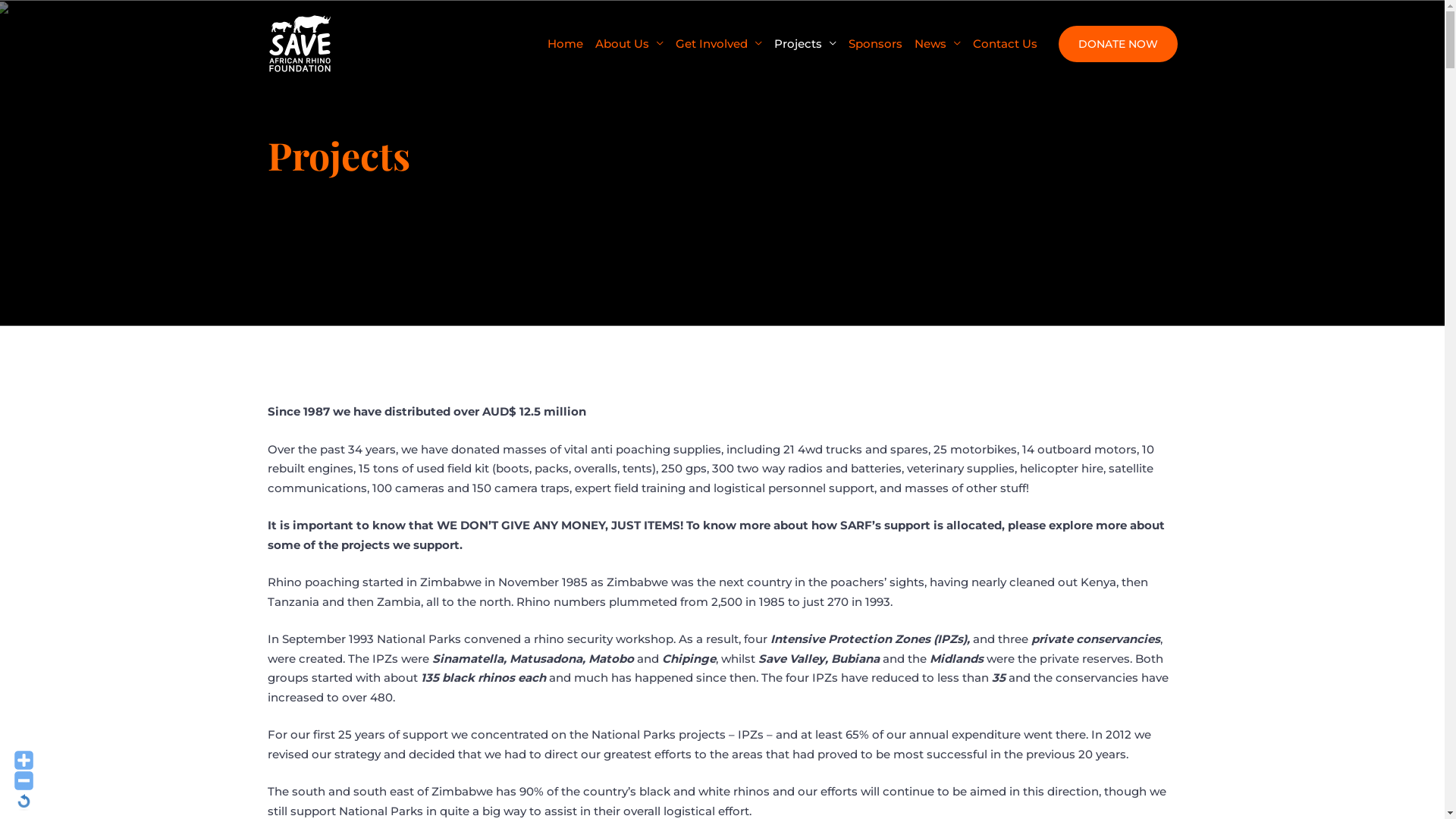  Describe the element at coordinates (564, 42) in the screenshot. I see `'Home'` at that location.